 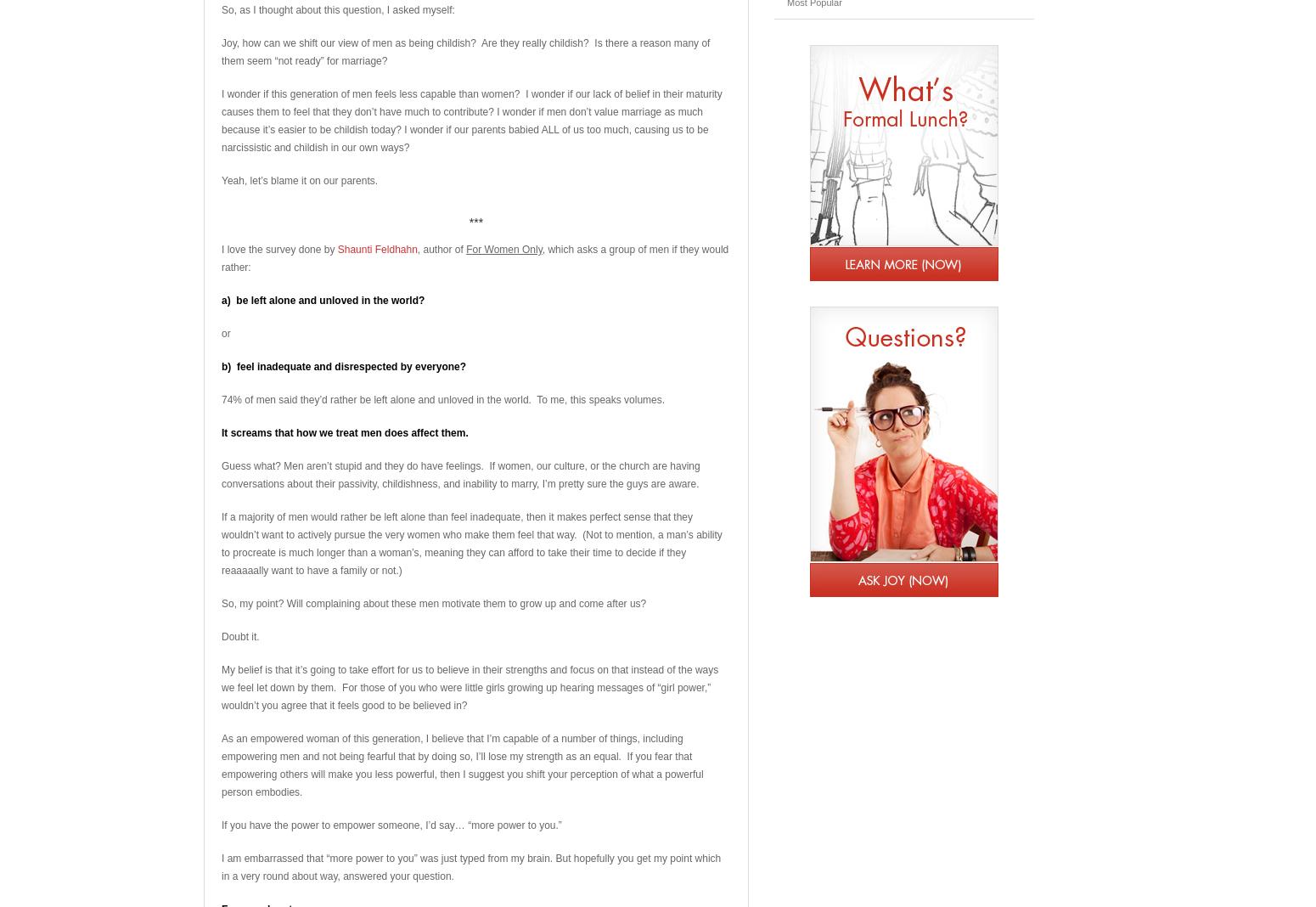 I want to click on 'b)  feel inadequate and disrespected by everyone?', so click(x=344, y=367).